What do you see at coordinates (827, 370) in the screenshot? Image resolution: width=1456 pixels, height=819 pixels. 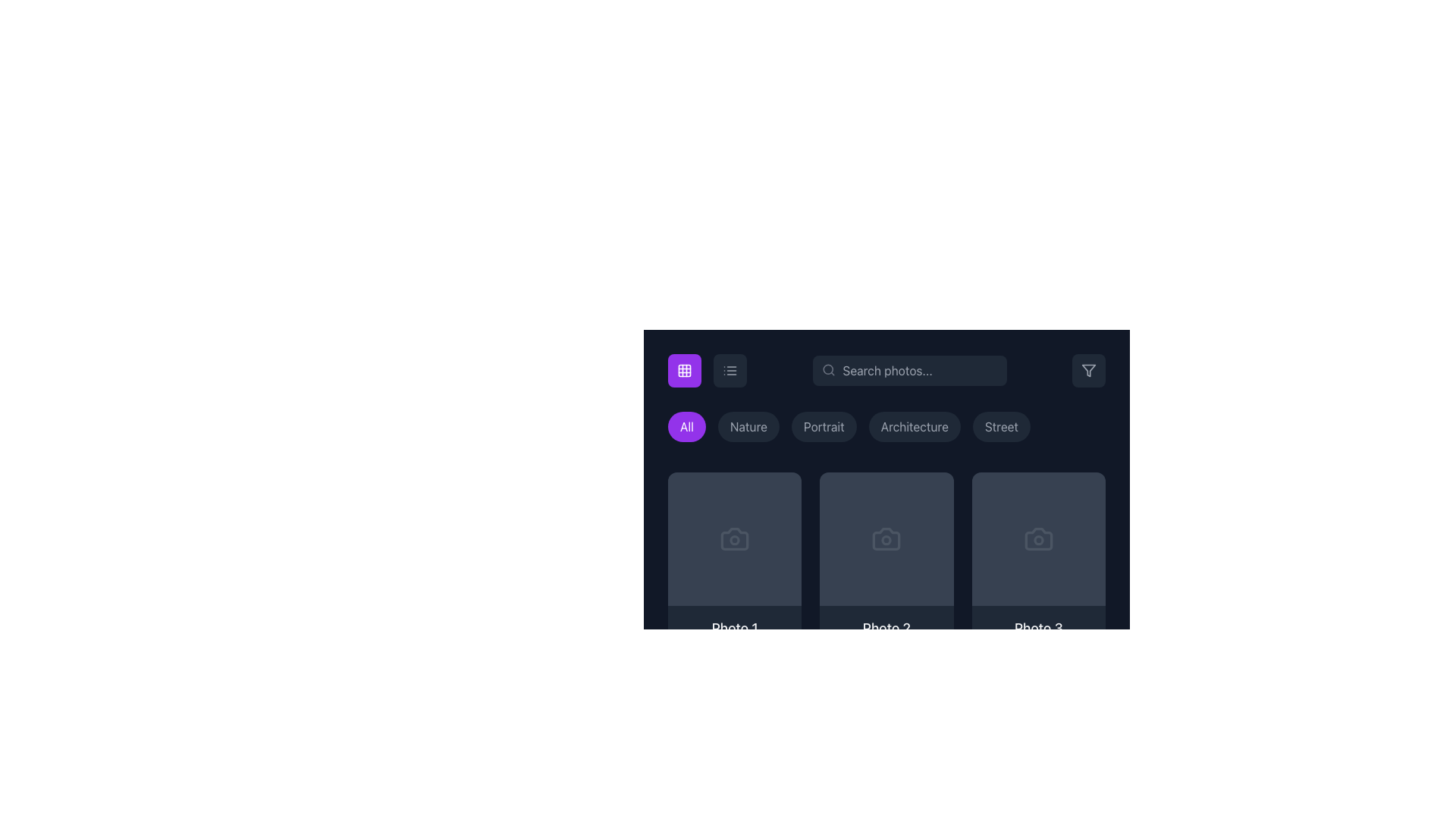 I see `the magnifying glass icon representing search functionality, located at the left edge of the search bar's text input field` at bounding box center [827, 370].